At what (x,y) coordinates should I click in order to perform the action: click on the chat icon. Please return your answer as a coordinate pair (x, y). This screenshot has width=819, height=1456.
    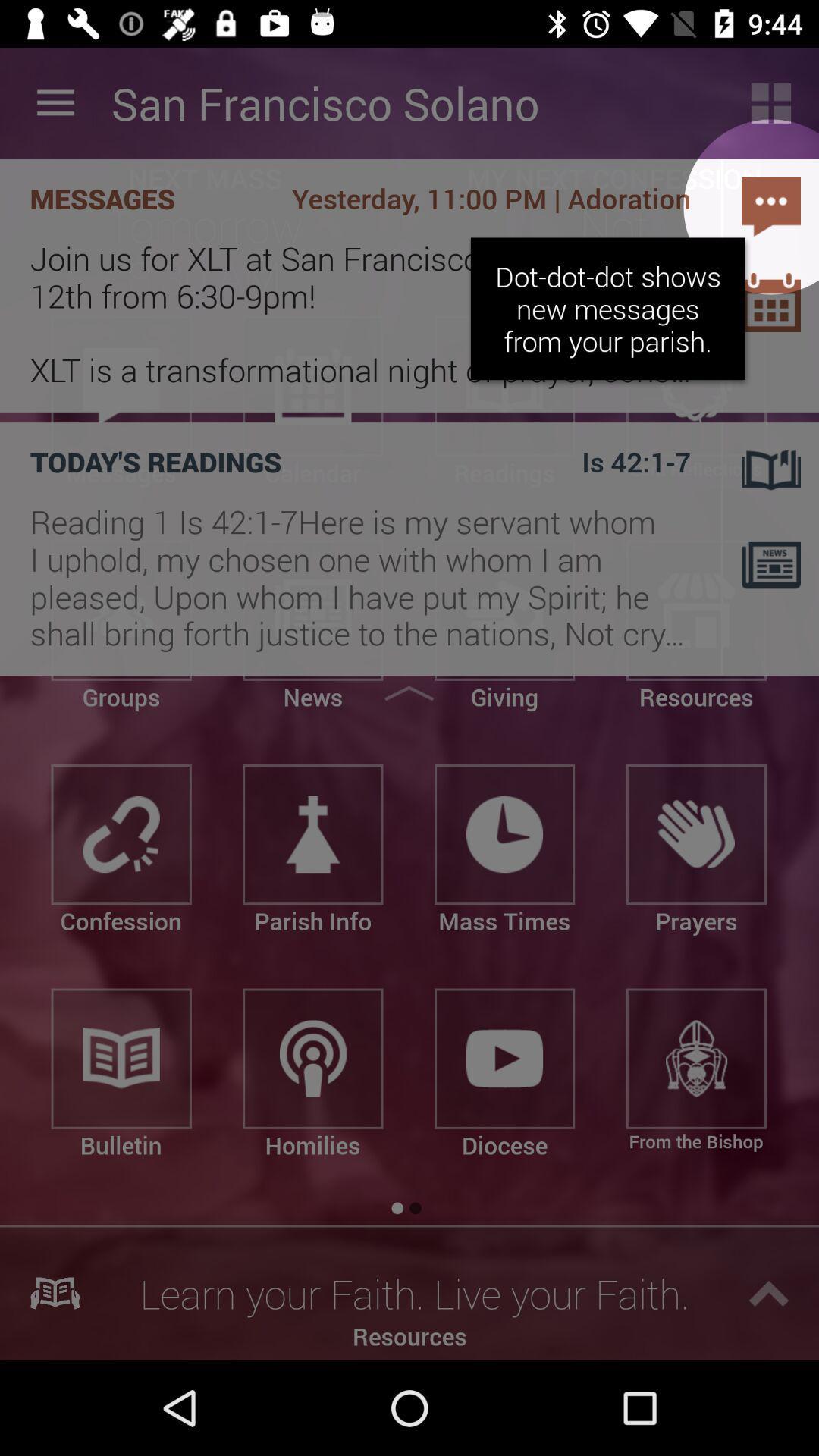
    Looking at the image, I should click on (771, 206).